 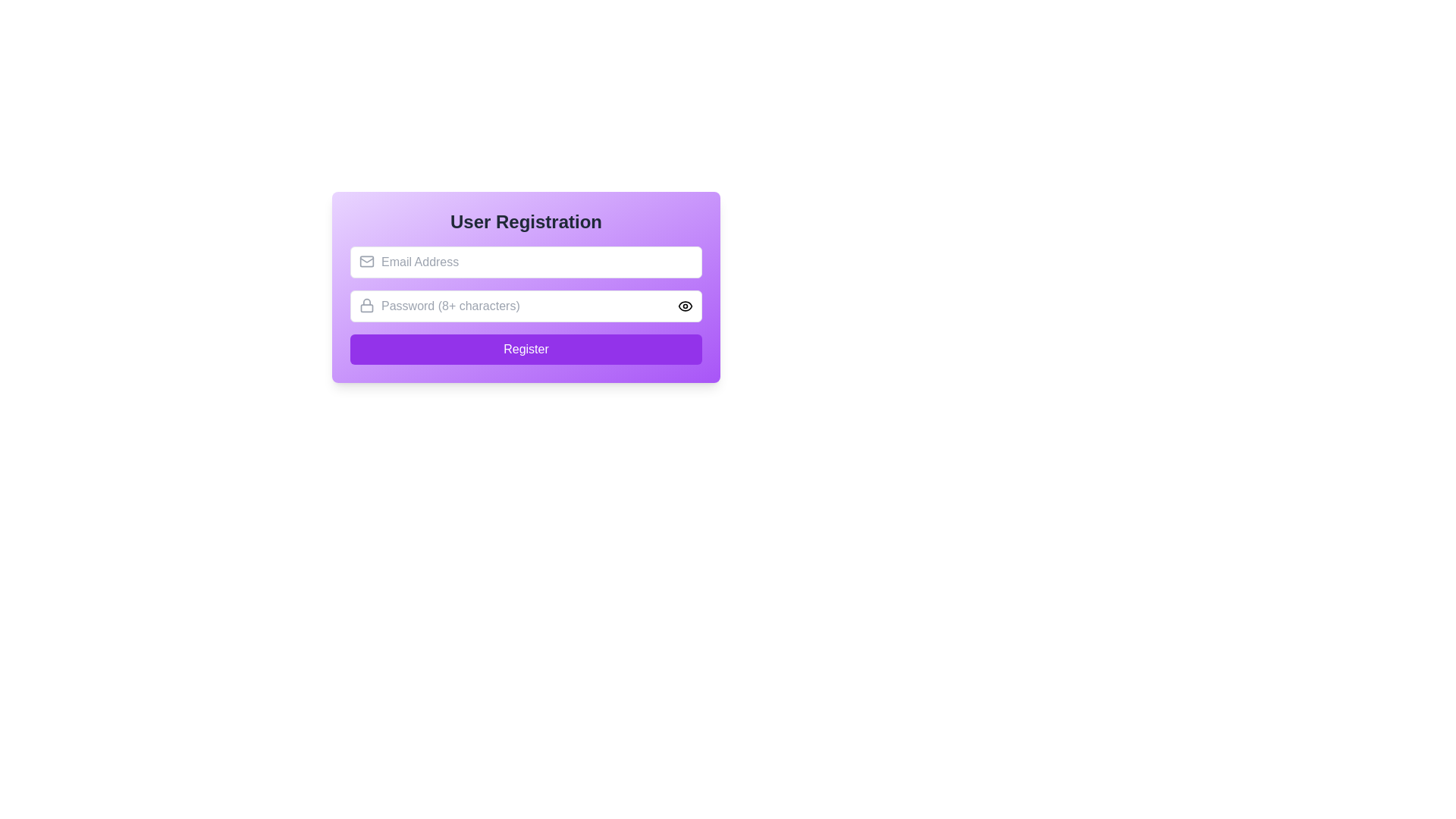 I want to click on the 'Register' button, which is a rectangular button with a purple background and white text, so click(x=526, y=350).